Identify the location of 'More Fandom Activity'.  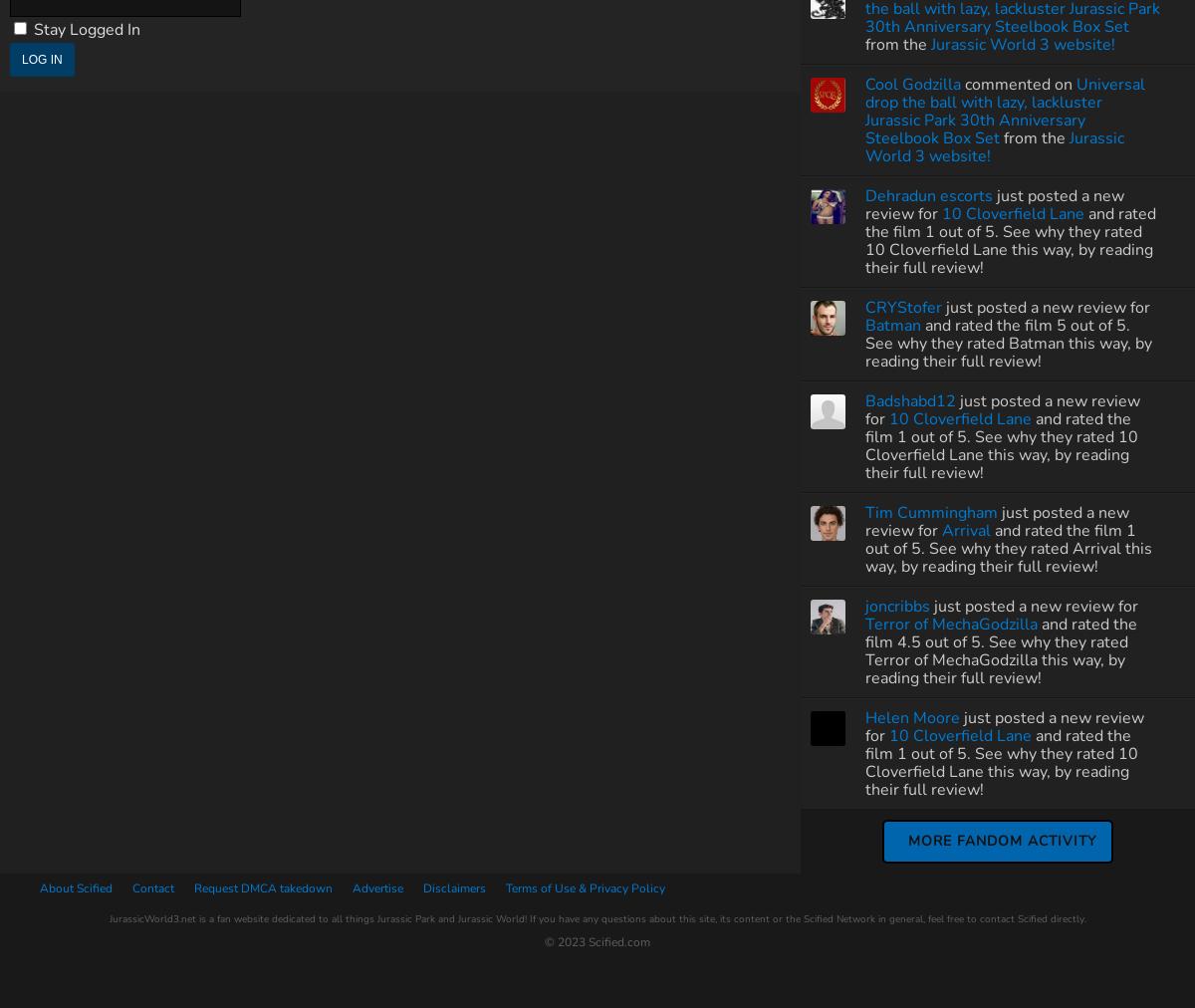
(1002, 839).